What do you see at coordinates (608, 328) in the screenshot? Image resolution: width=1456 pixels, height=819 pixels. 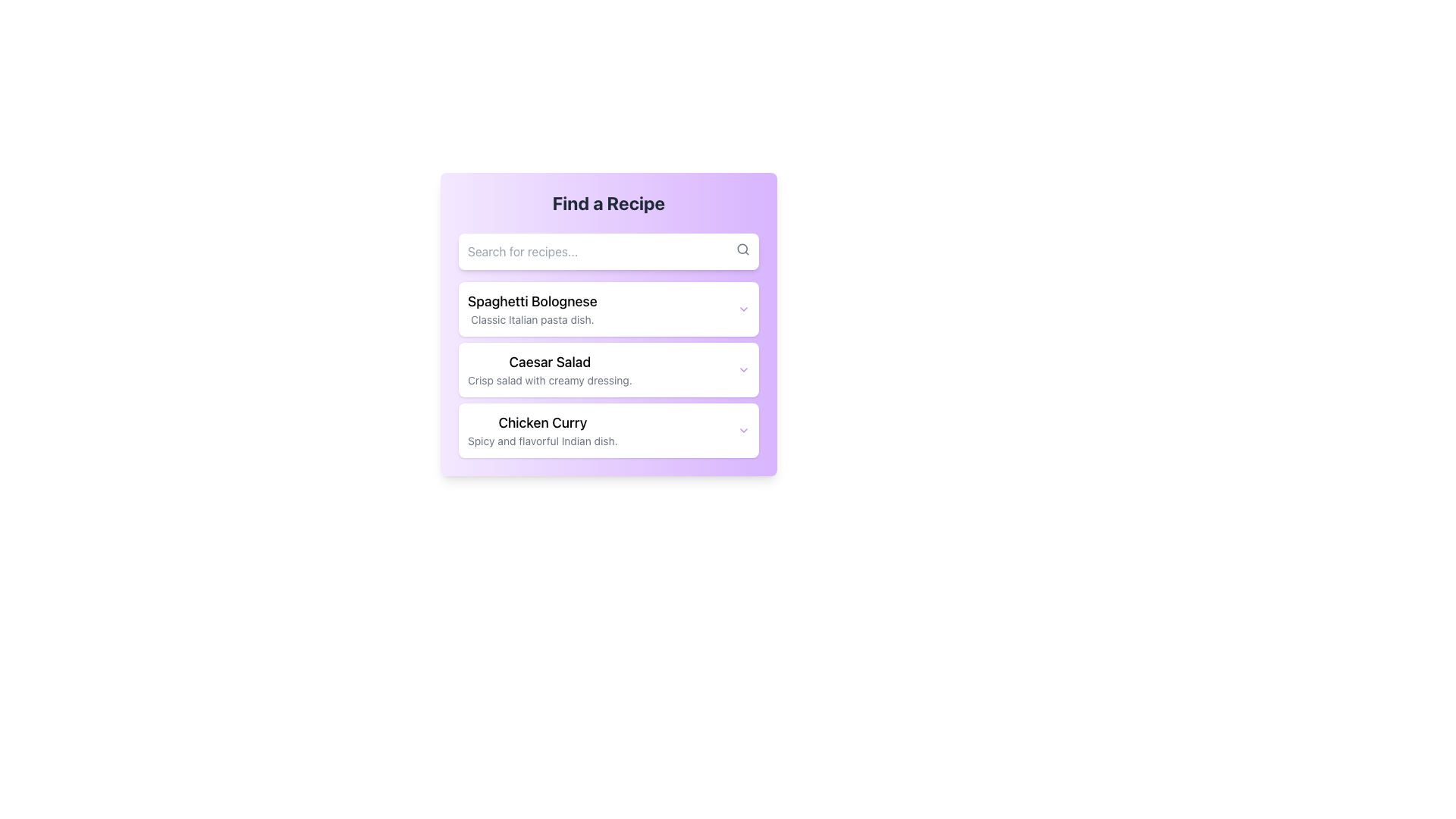 I see `the recipe card displaying 'Spaghetti Bolognese', which is the topmost card in the list of recipe cards located below the search bar` at bounding box center [608, 328].